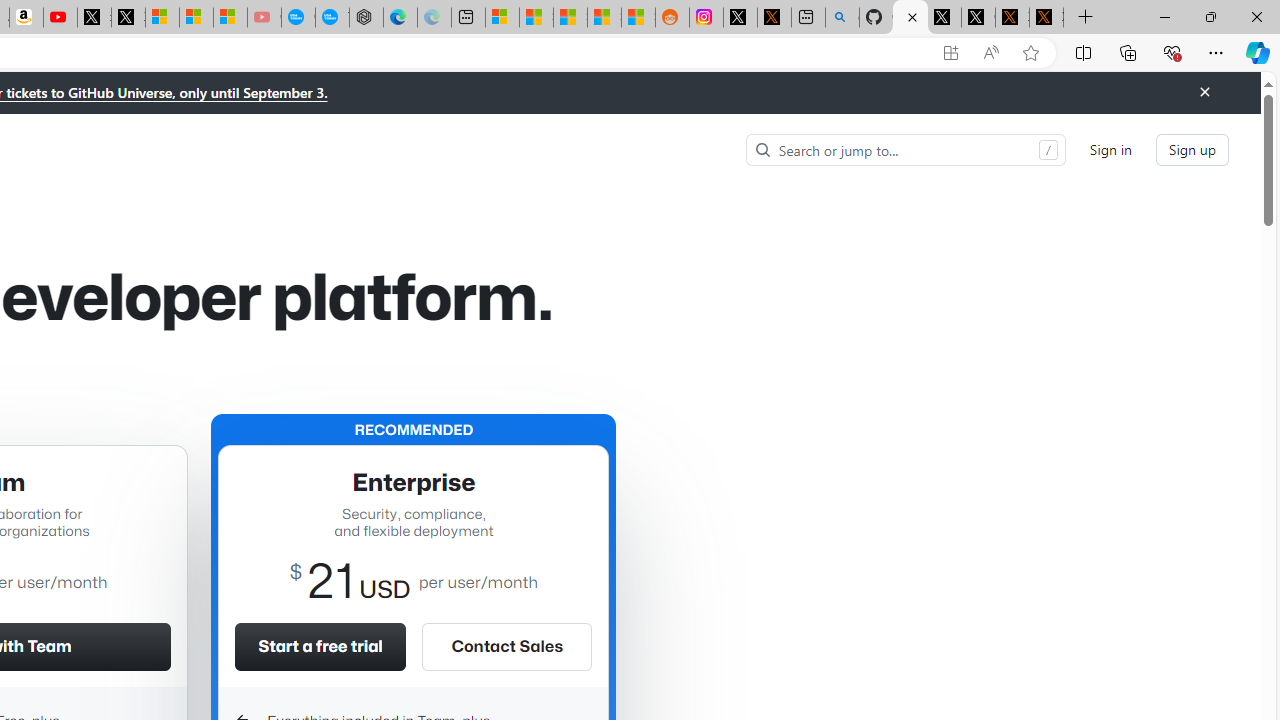 The width and height of the screenshot is (1280, 720). What do you see at coordinates (506, 646) in the screenshot?
I see `'Contact Sales'` at bounding box center [506, 646].